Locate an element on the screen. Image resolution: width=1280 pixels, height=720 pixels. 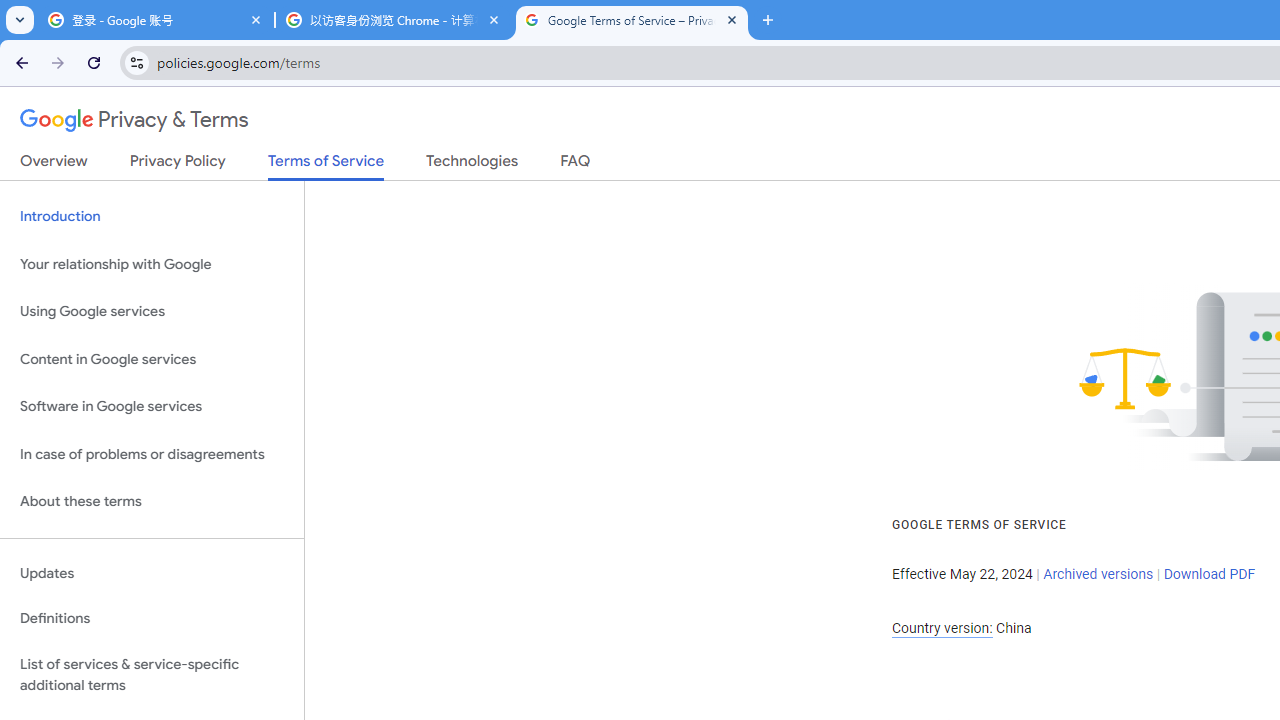
'Country version:' is located at coordinates (941, 627).